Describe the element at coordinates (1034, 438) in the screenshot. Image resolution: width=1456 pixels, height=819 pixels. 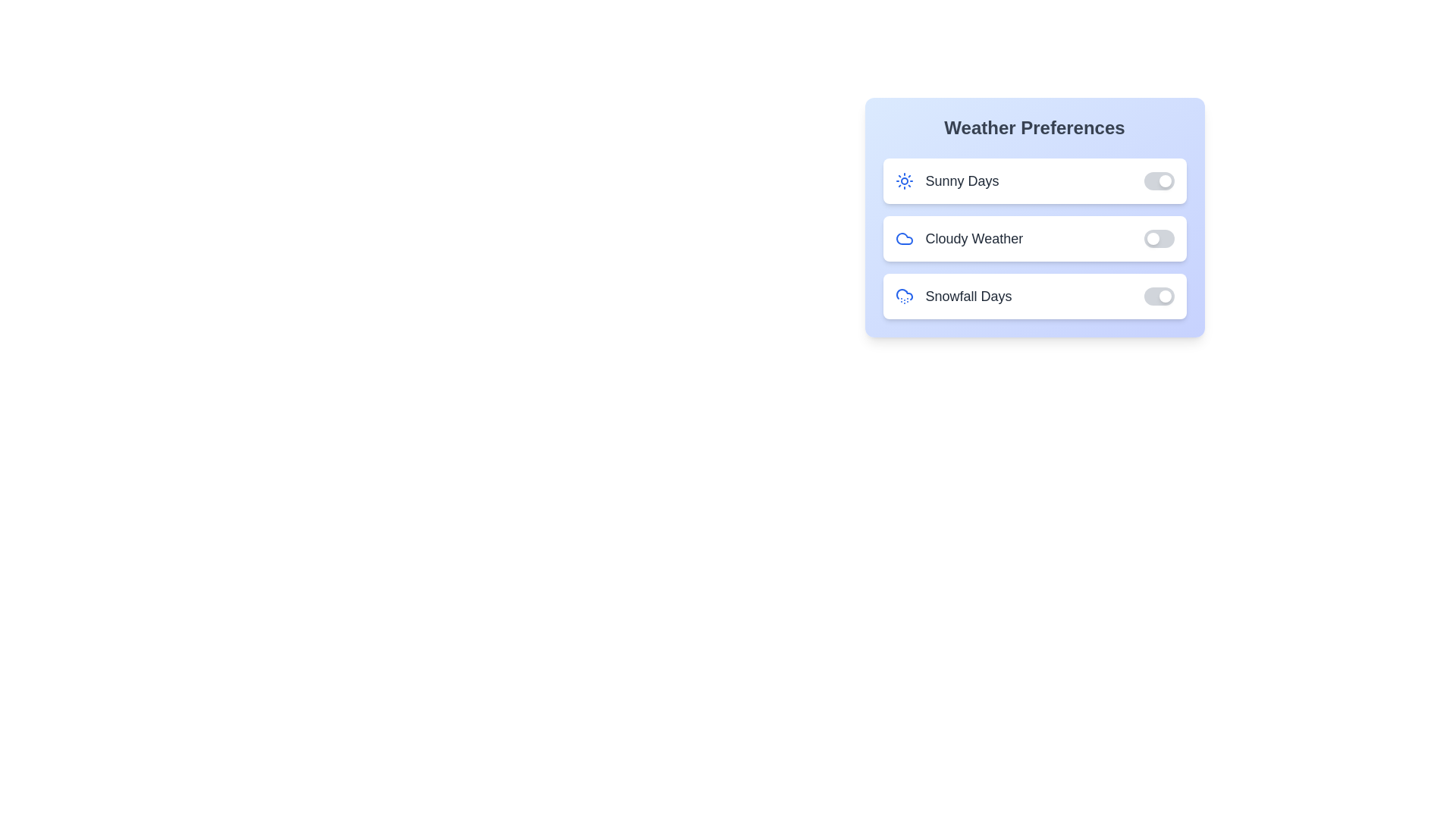
I see `the background area of the WeatherPreferencePanel component` at that location.